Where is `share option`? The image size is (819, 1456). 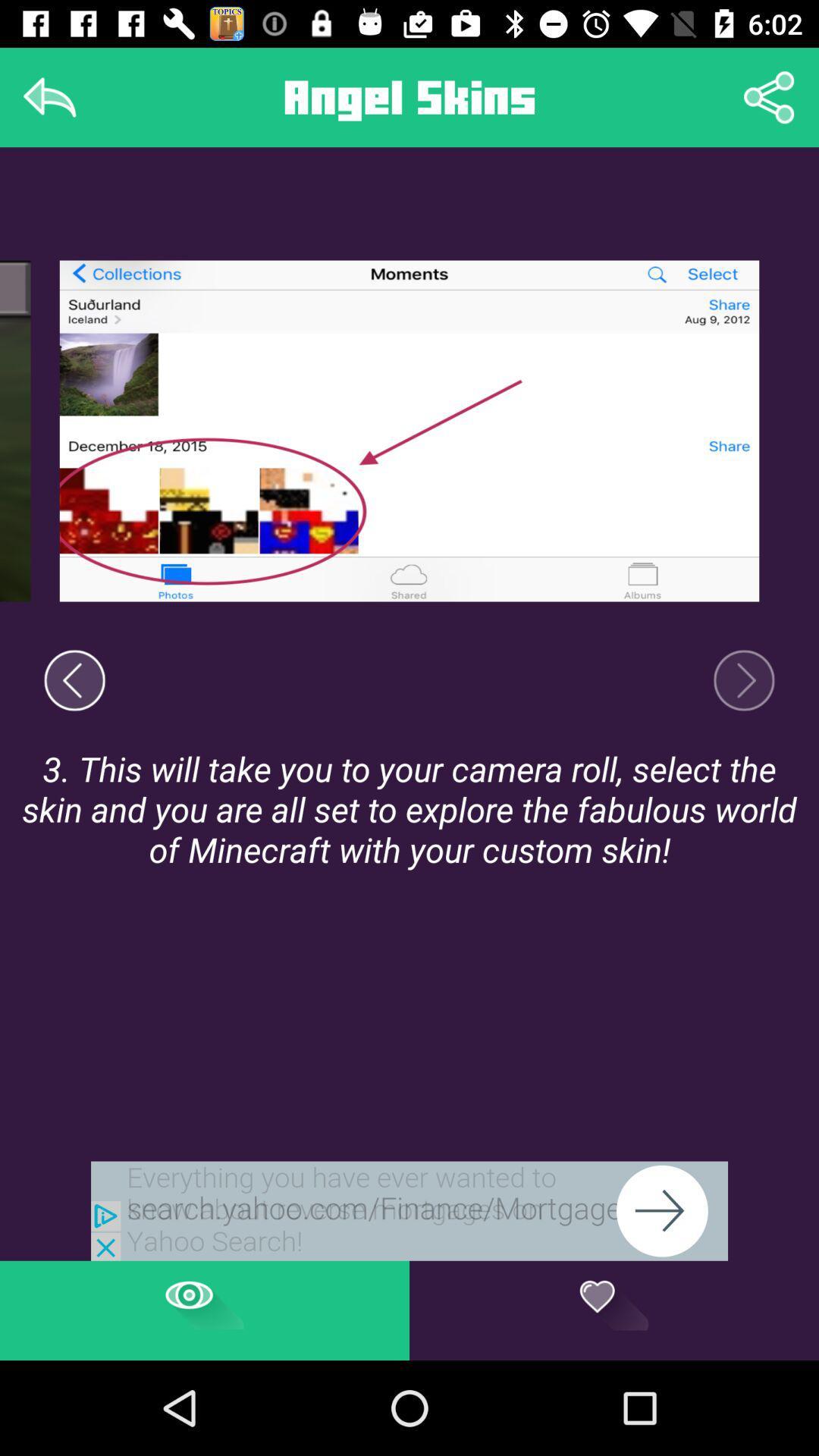
share option is located at coordinates (769, 96).